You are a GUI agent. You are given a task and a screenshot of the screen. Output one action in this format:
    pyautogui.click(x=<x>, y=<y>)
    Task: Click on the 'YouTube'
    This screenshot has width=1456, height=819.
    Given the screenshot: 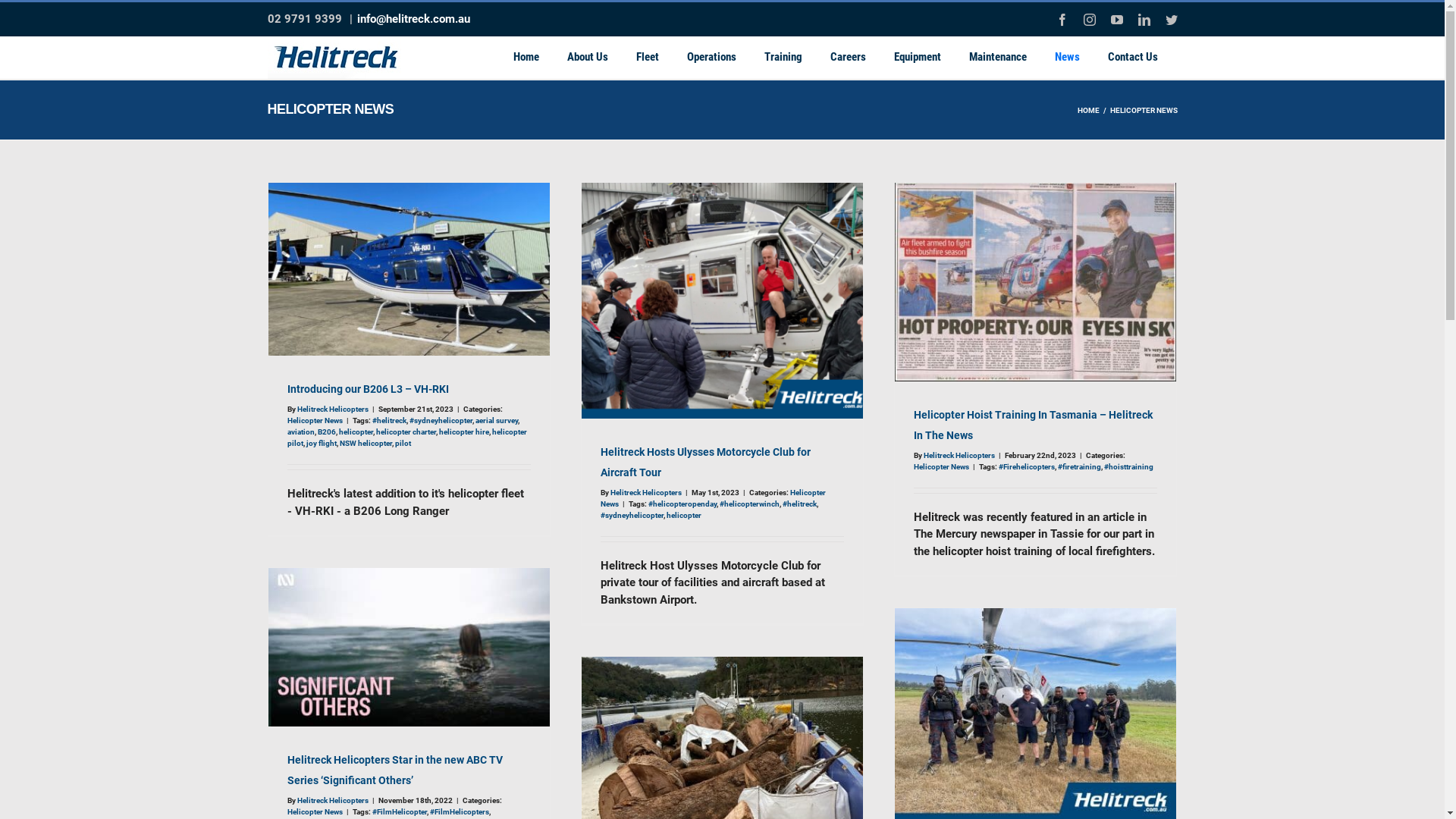 What is the action you would take?
    pyautogui.click(x=1116, y=20)
    